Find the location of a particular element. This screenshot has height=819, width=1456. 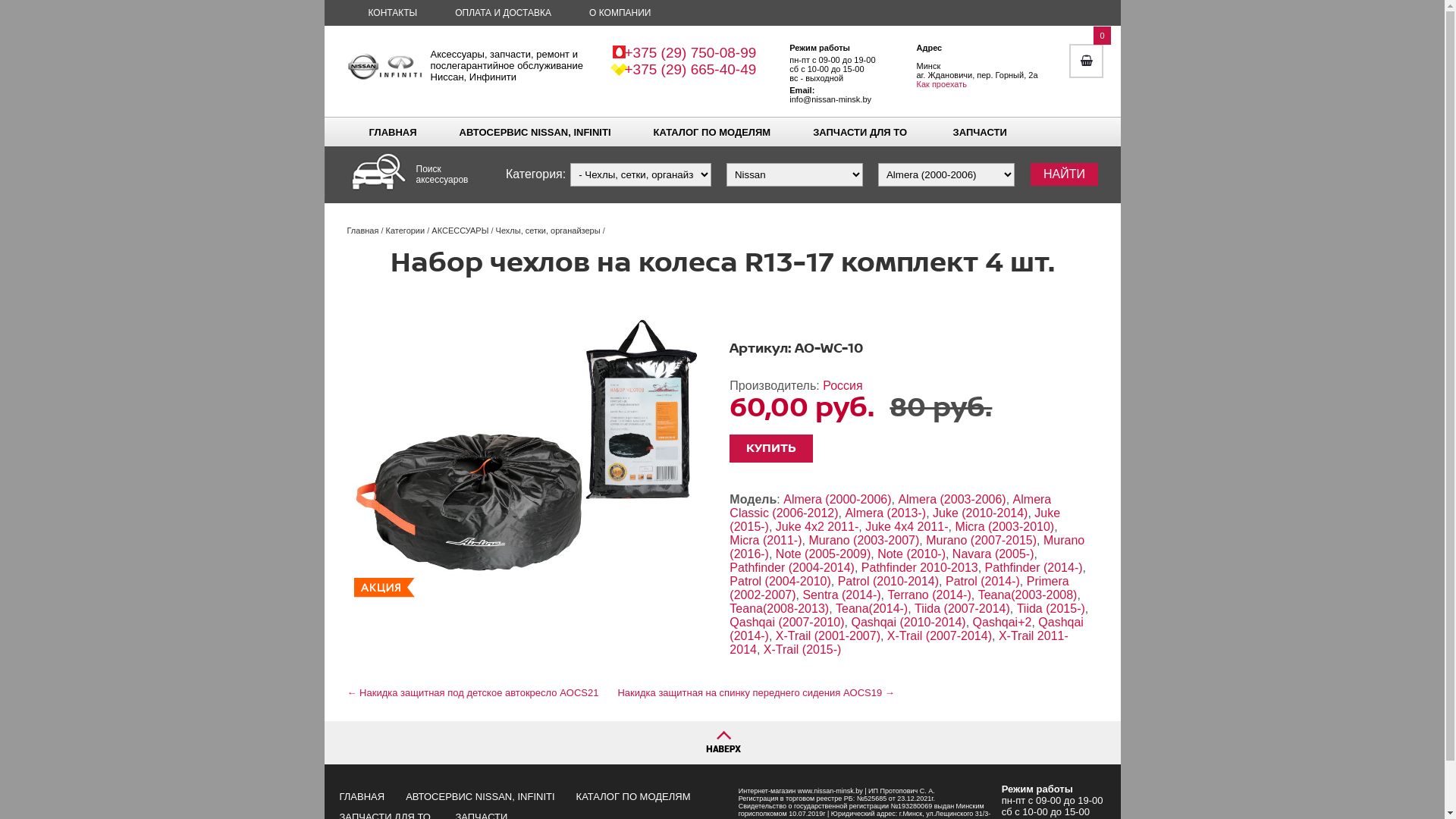

'Almera (2013-)' is located at coordinates (885, 512).